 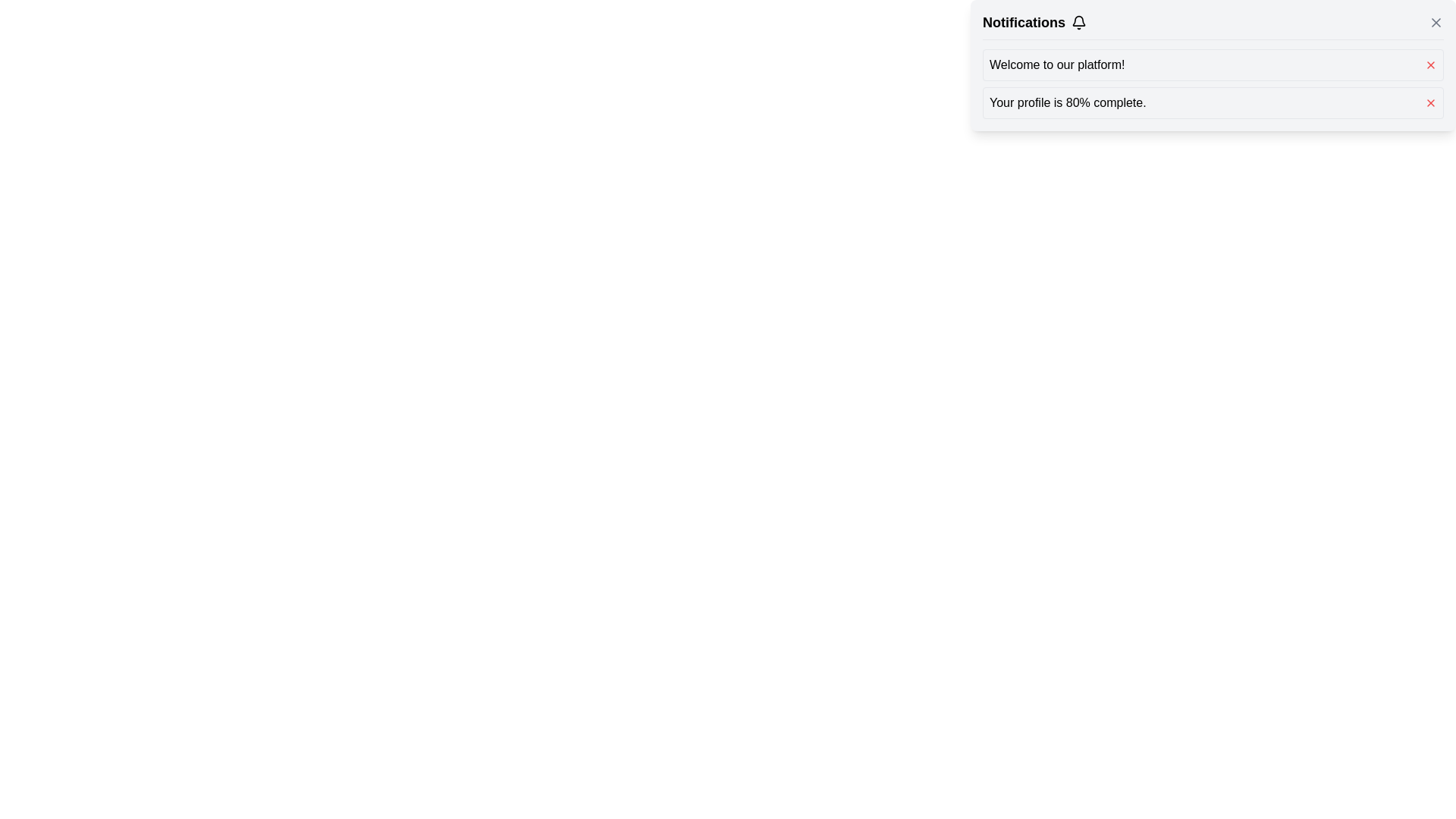 What do you see at coordinates (1078, 23) in the screenshot?
I see `the bell-shaped icon located to the right of the 'Notifications' text in the header section of the notification pane` at bounding box center [1078, 23].